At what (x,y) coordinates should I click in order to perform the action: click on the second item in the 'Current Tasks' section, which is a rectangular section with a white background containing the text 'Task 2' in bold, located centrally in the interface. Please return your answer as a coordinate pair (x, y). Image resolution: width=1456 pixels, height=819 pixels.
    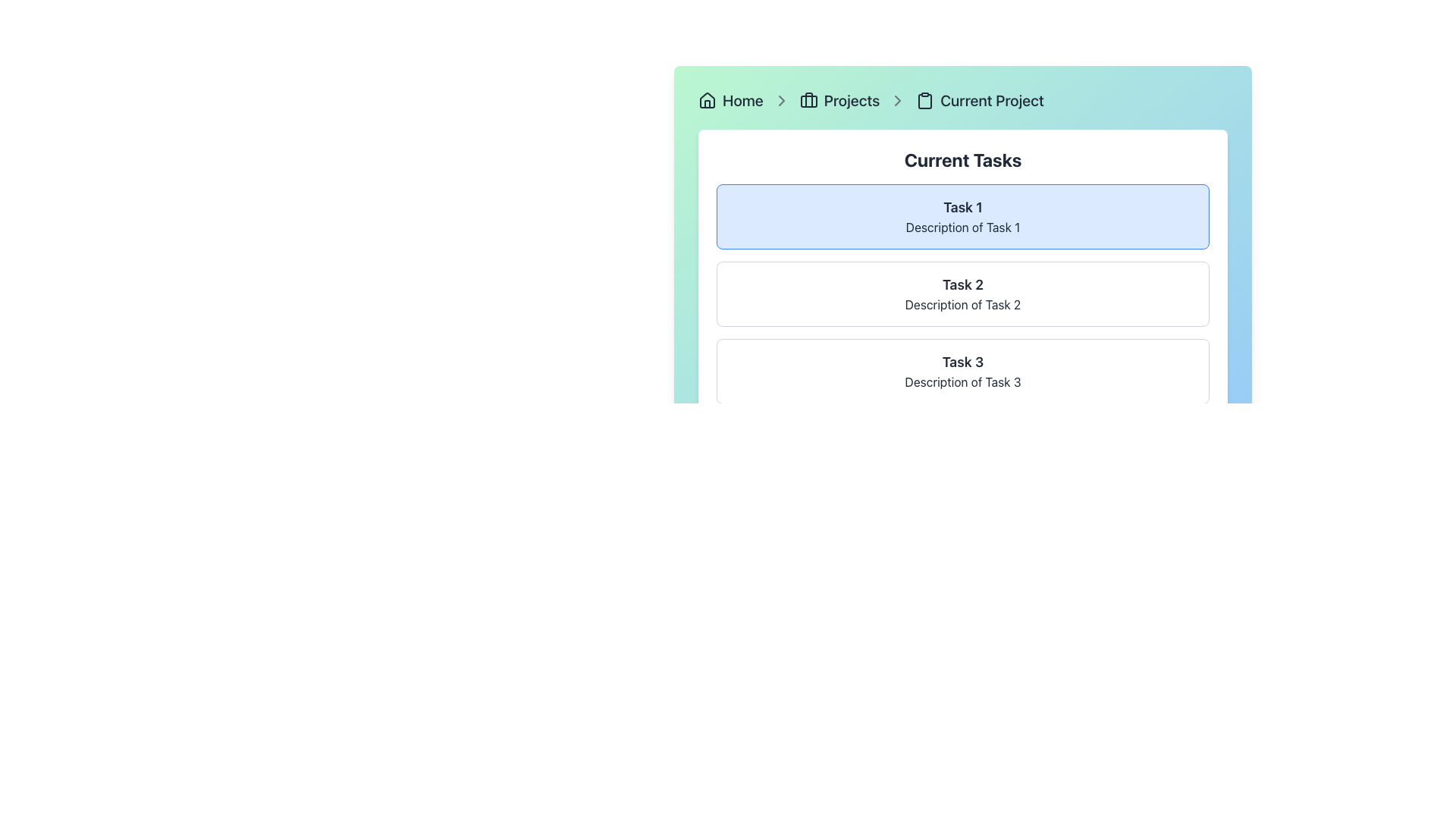
    Looking at the image, I should click on (962, 294).